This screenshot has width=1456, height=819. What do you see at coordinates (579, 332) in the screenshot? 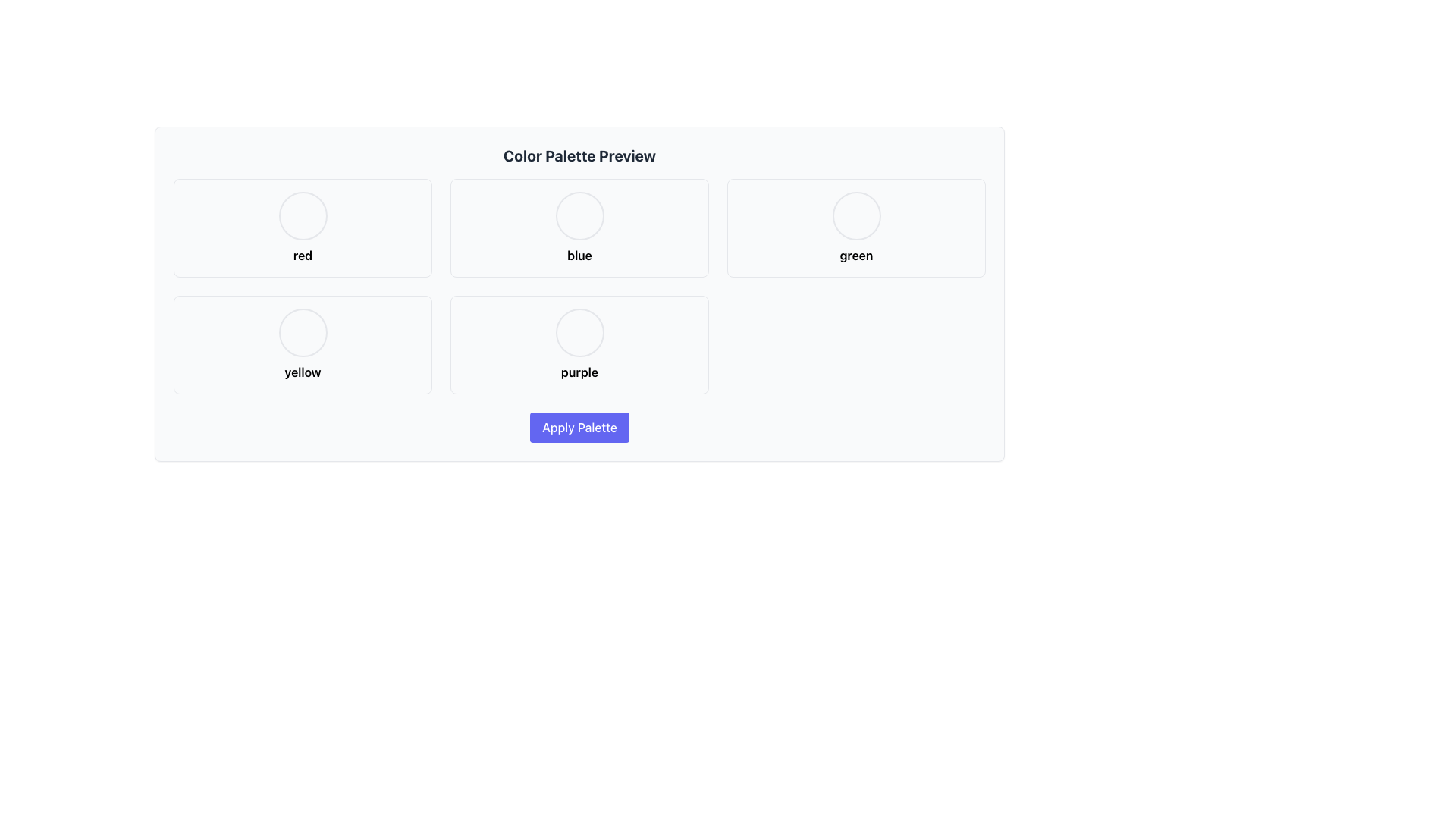
I see `the decorative purple element which is the top component within the card labeled 'purple' in the color selection interface` at bounding box center [579, 332].